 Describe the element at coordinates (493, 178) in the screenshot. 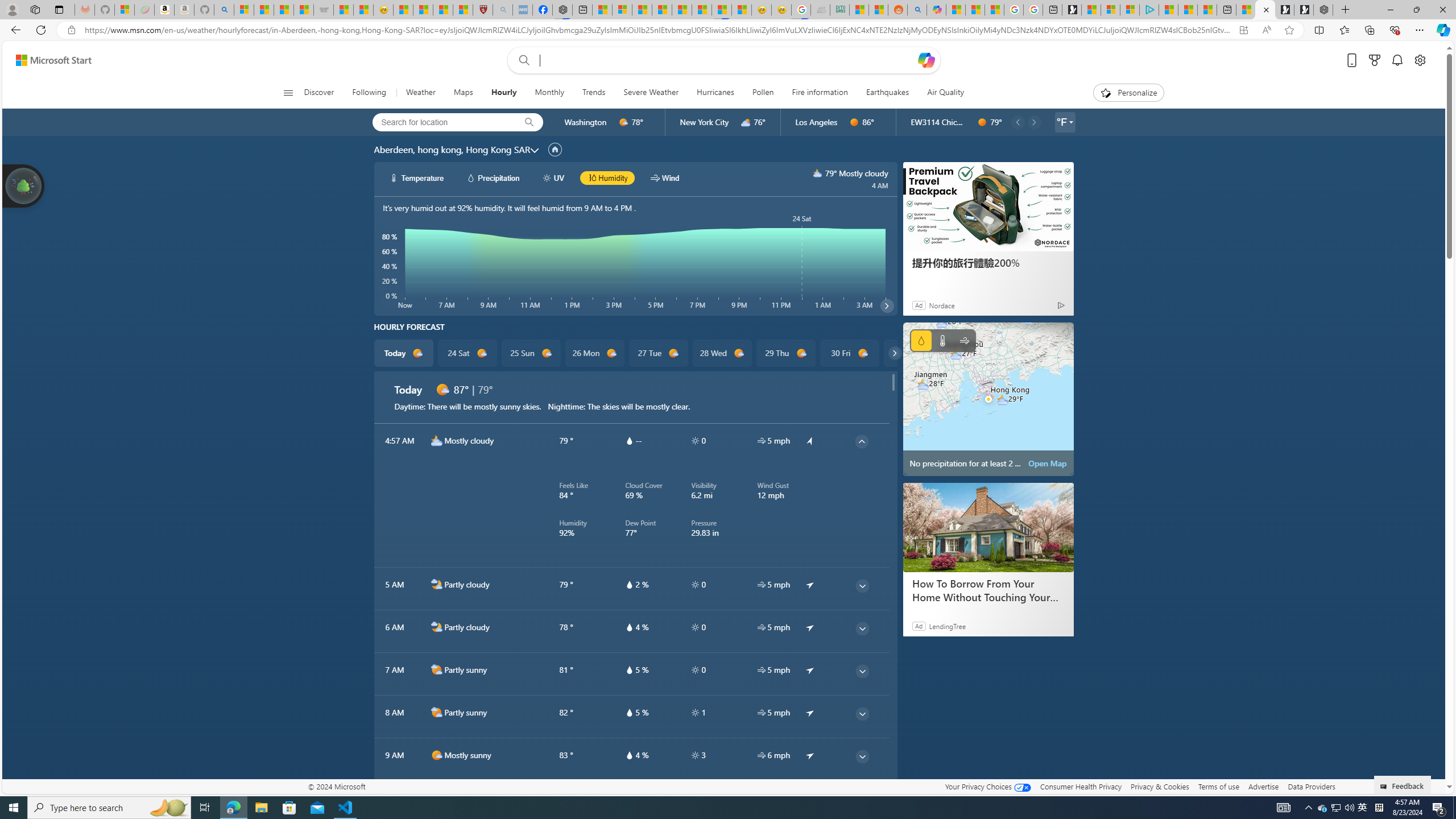

I see `'hourlyChart/precipitationWhite Precipitation'` at that location.